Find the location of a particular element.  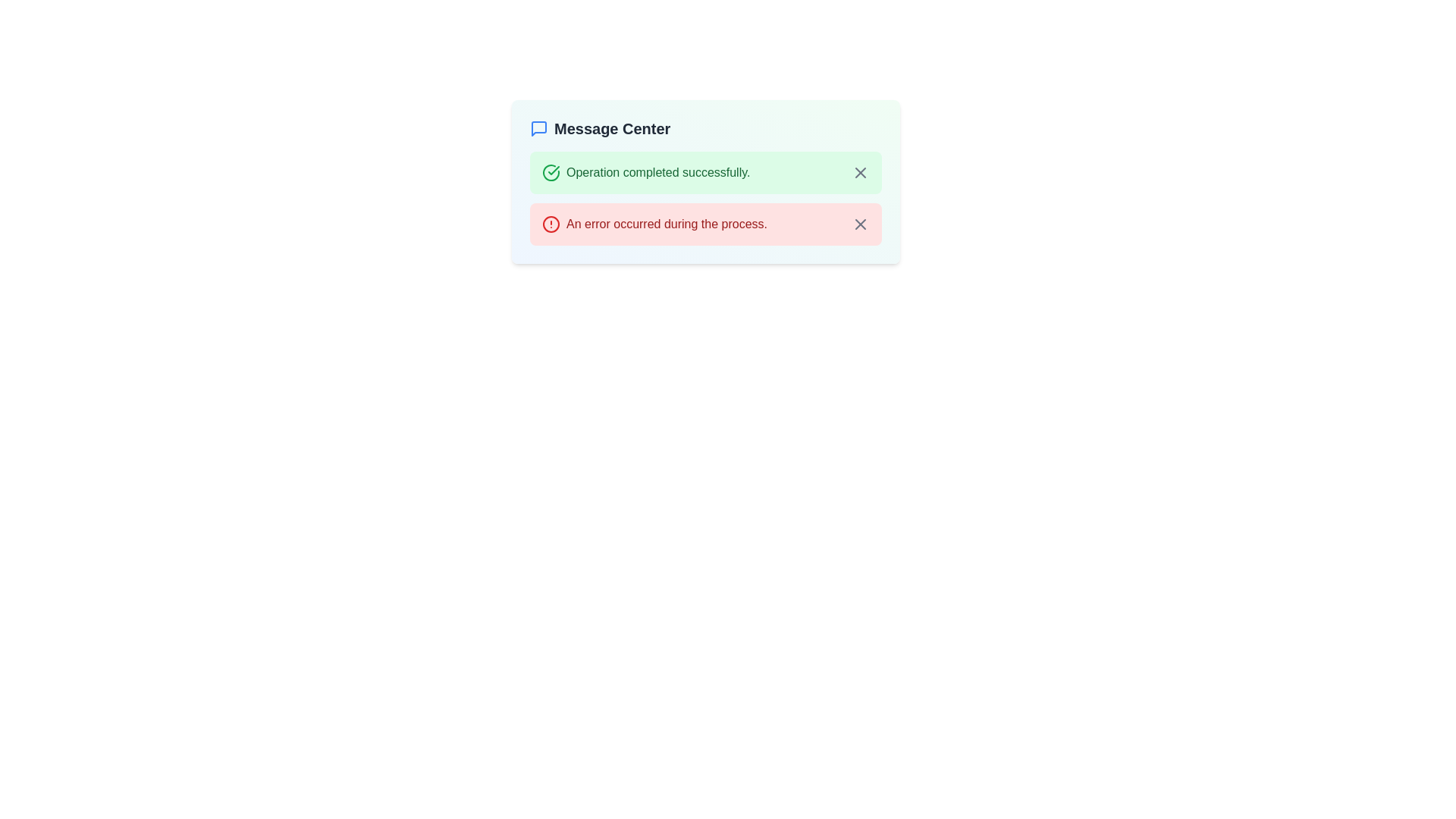

the error message label located in the notification panel, positioned below the successful operation message and to the left of the close button is located at coordinates (667, 224).